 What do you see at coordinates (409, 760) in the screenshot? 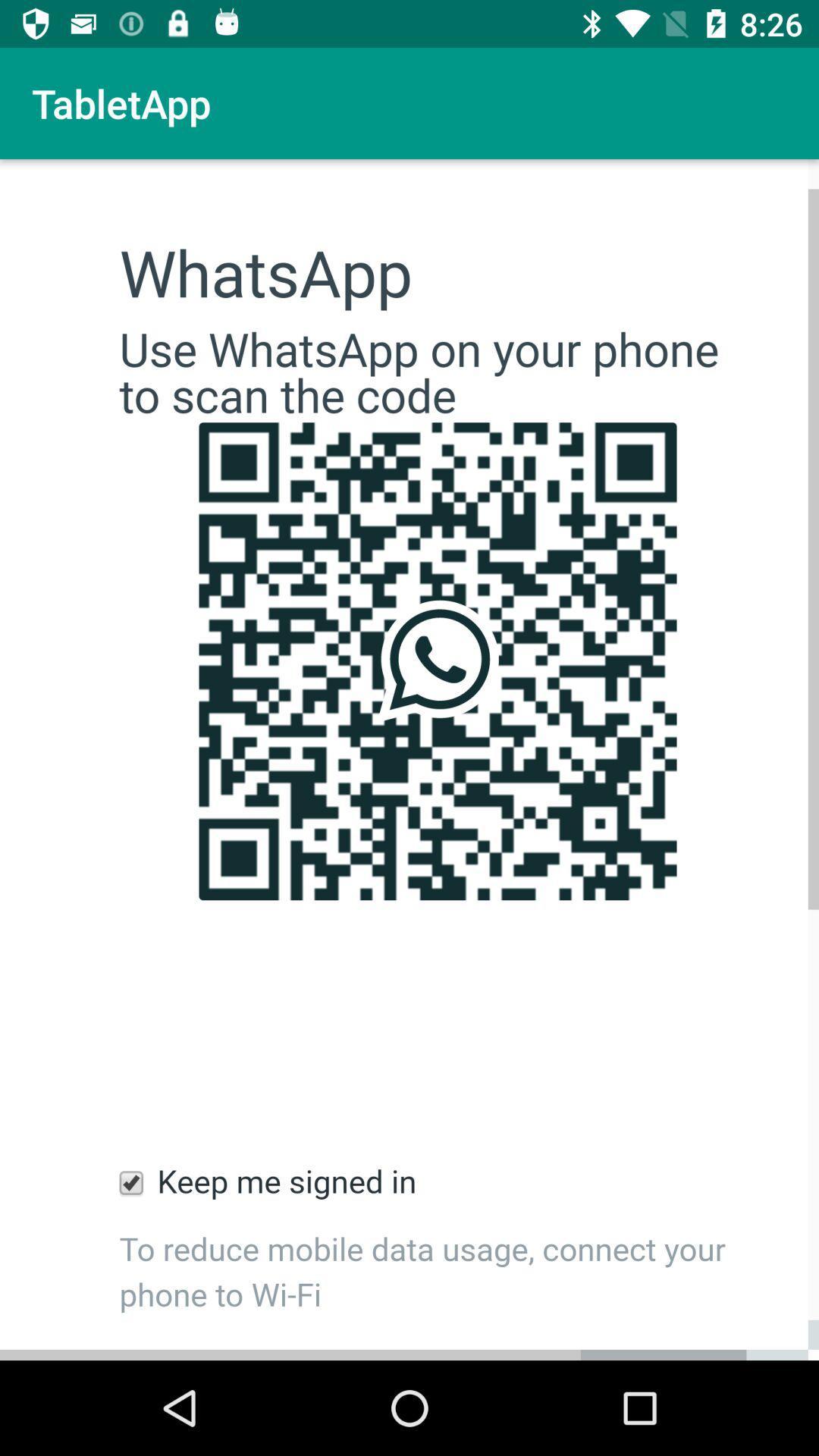
I see `option to scan code in mobile` at bounding box center [409, 760].